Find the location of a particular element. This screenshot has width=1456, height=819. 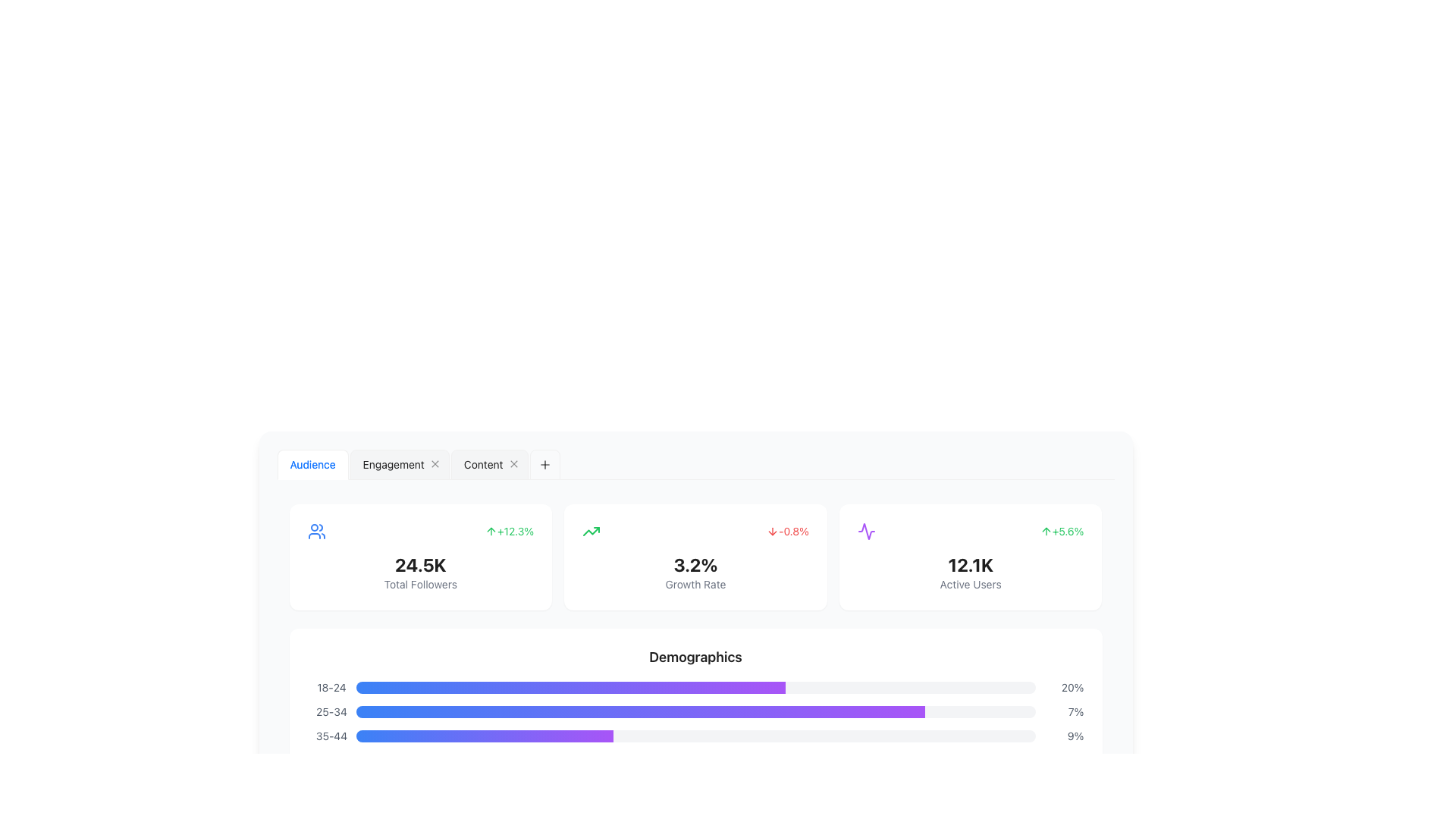

the 'Content' tab, which is the third tab in the horizontal tab bar is located at coordinates (482, 464).